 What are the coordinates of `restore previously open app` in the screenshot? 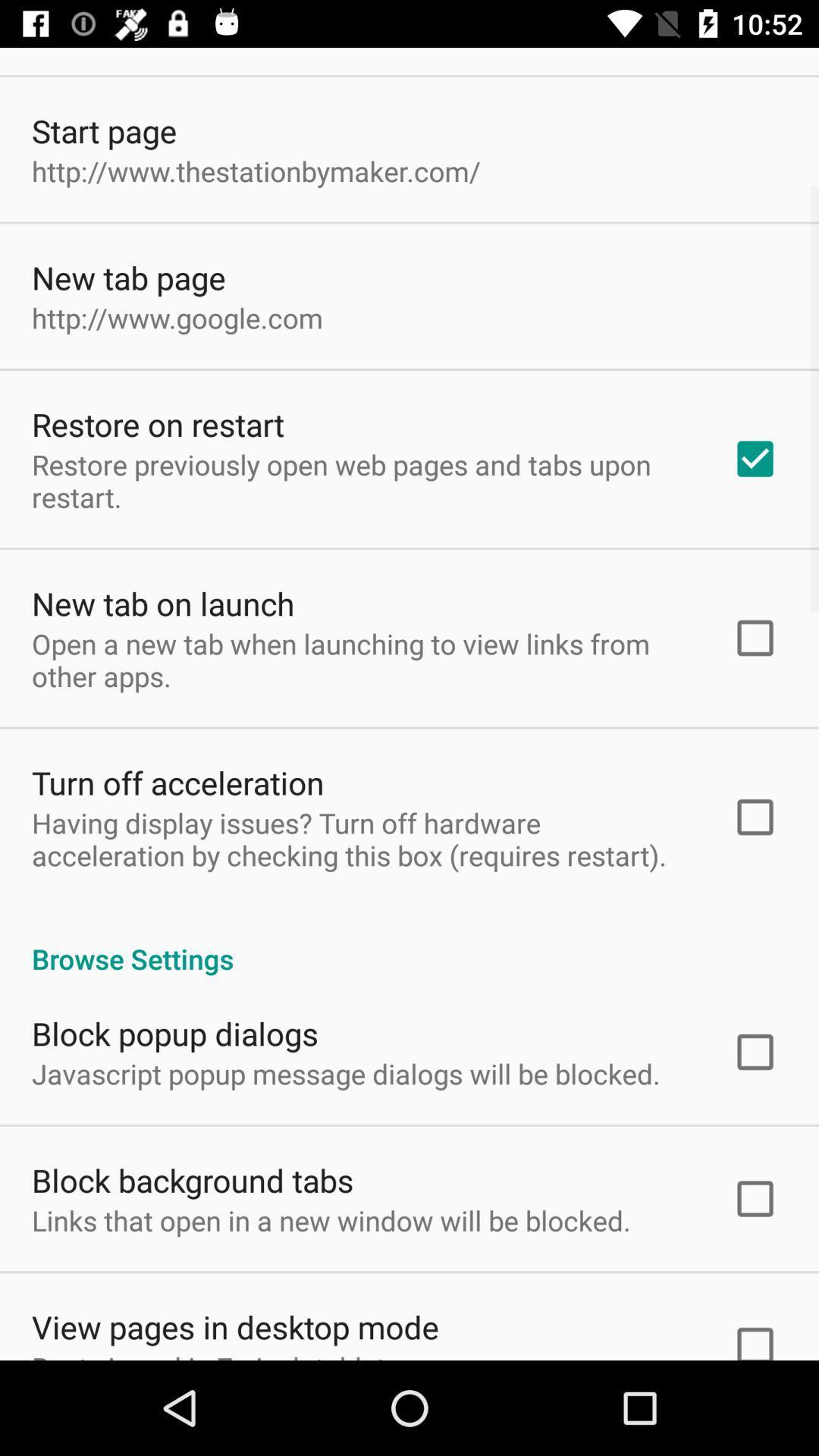 It's located at (362, 480).